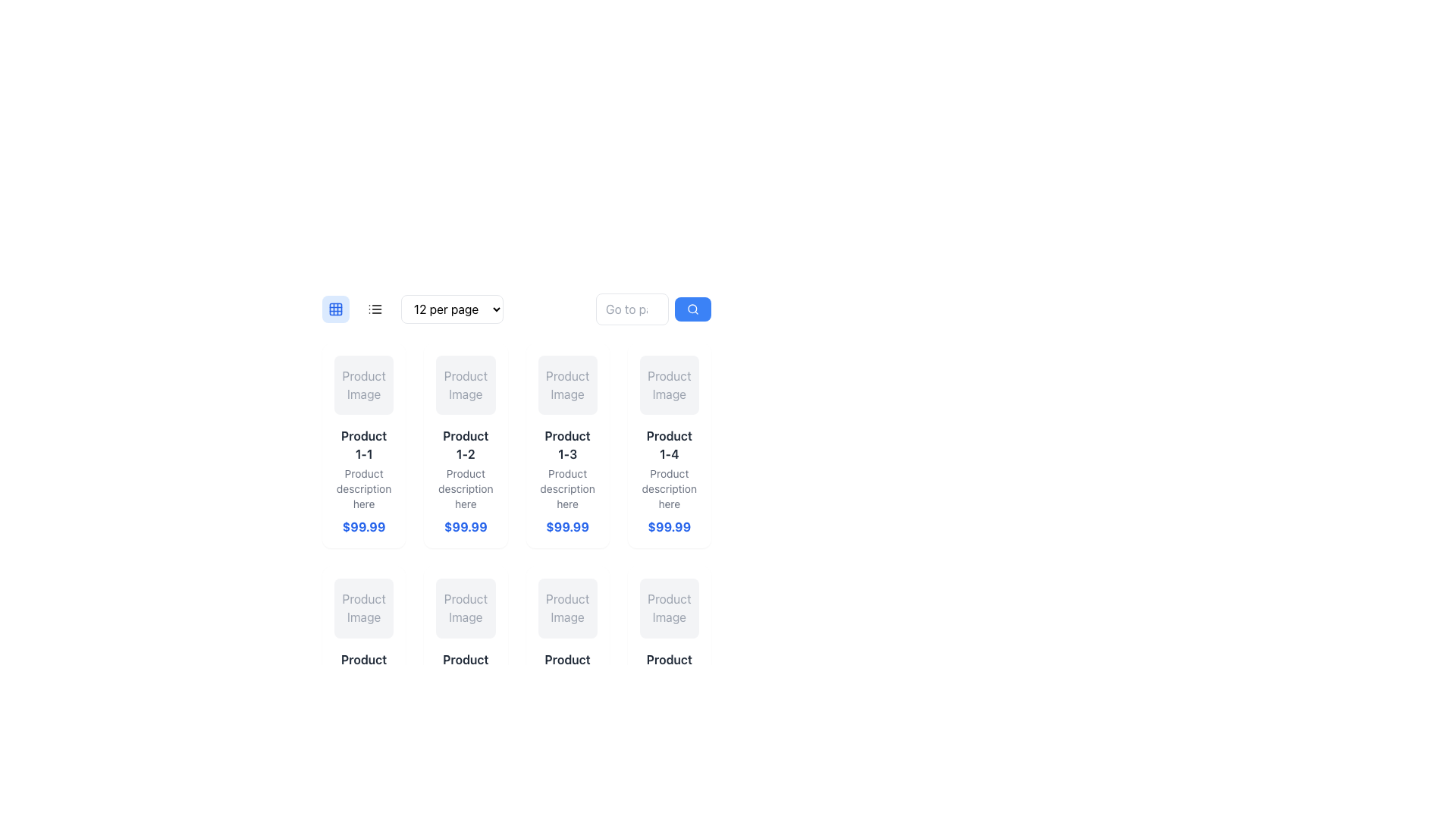 This screenshot has height=819, width=1456. Describe the element at coordinates (451, 309) in the screenshot. I see `an option from the dropdown menu located in the center of the row of options above the product grid, which contains pagination settings such as '12 per page', '24 per page', and '48 per page'` at that location.